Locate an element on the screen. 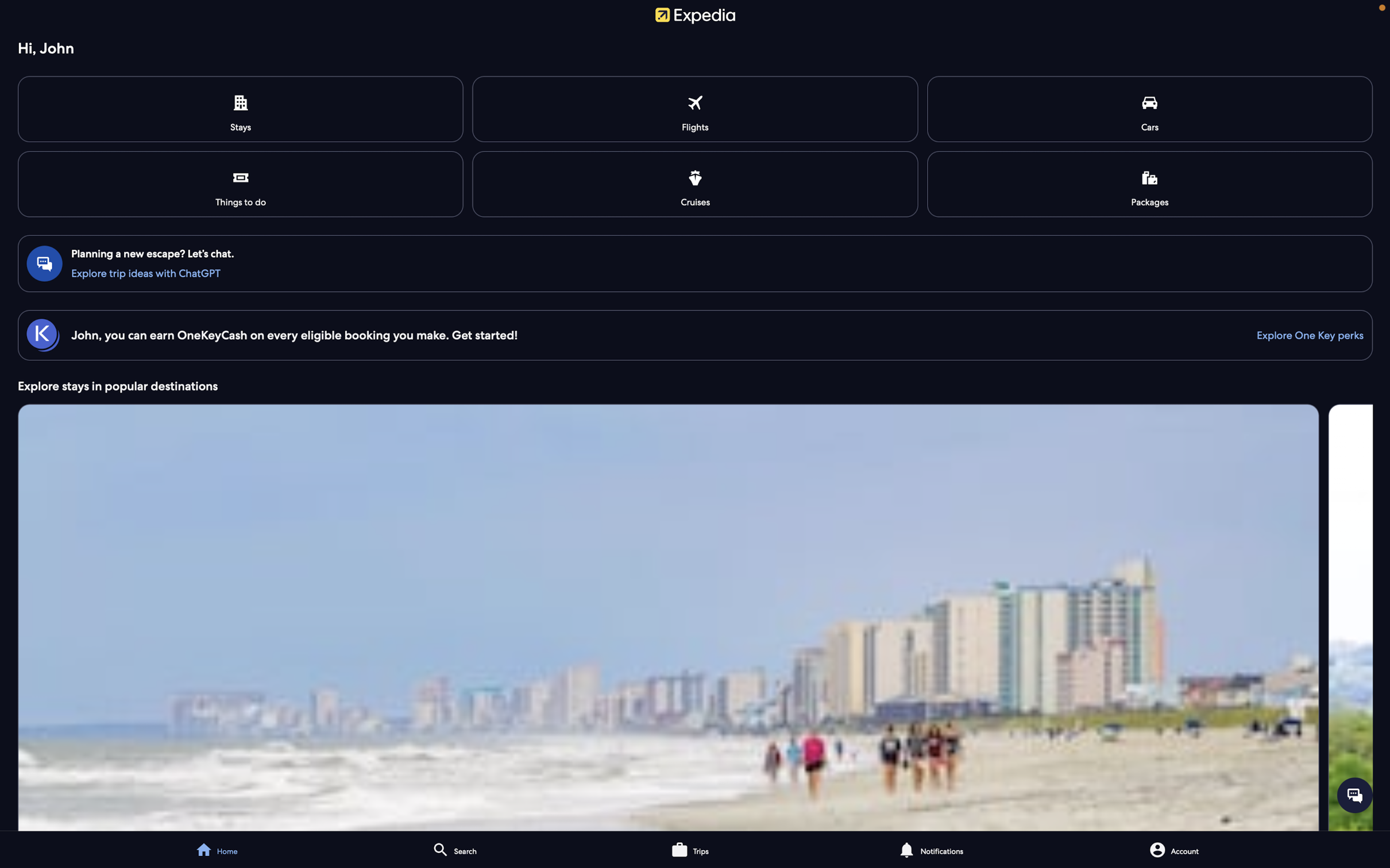  the home page is located at coordinates (225, 847).